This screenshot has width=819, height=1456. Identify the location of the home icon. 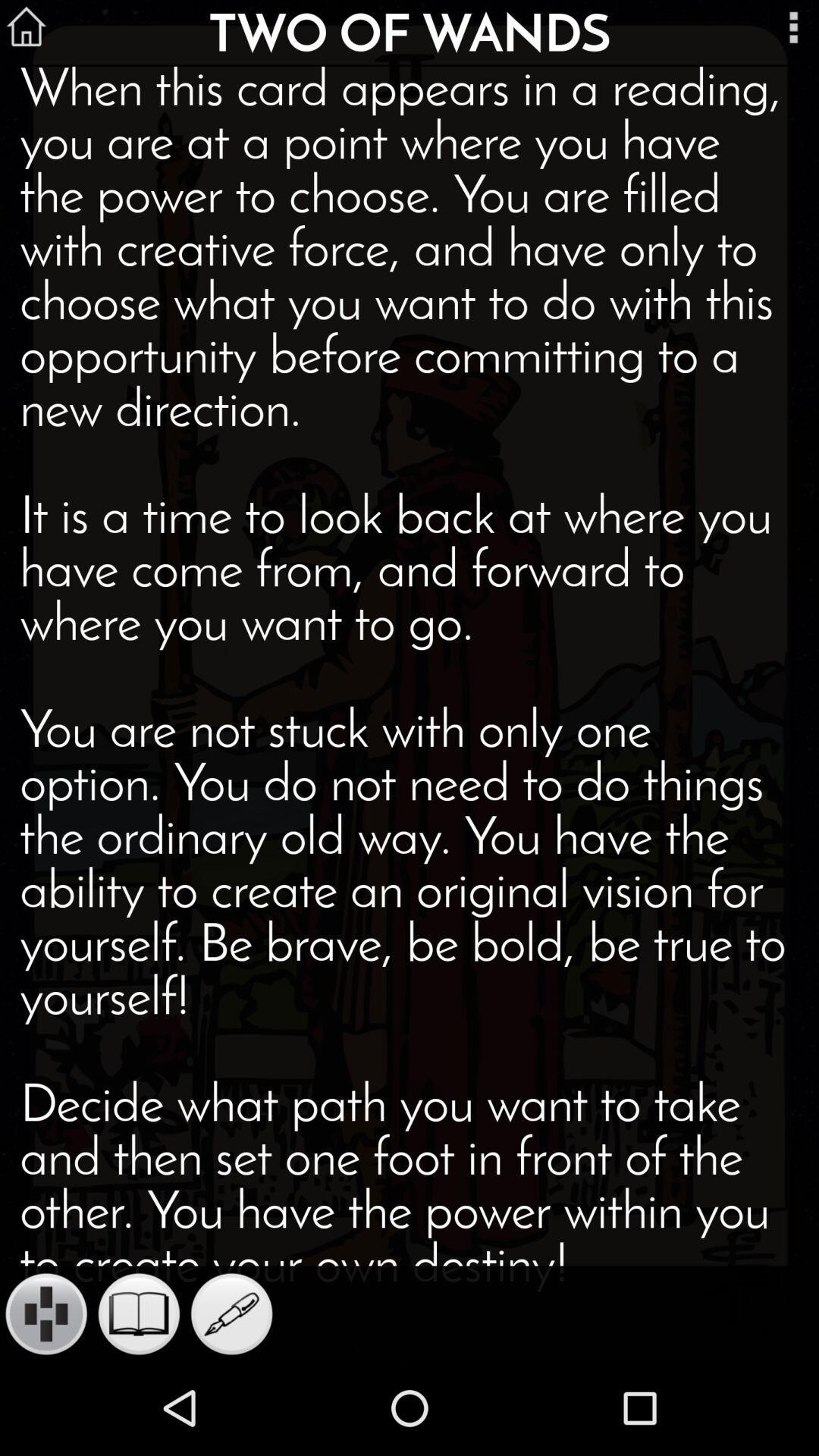
(26, 28).